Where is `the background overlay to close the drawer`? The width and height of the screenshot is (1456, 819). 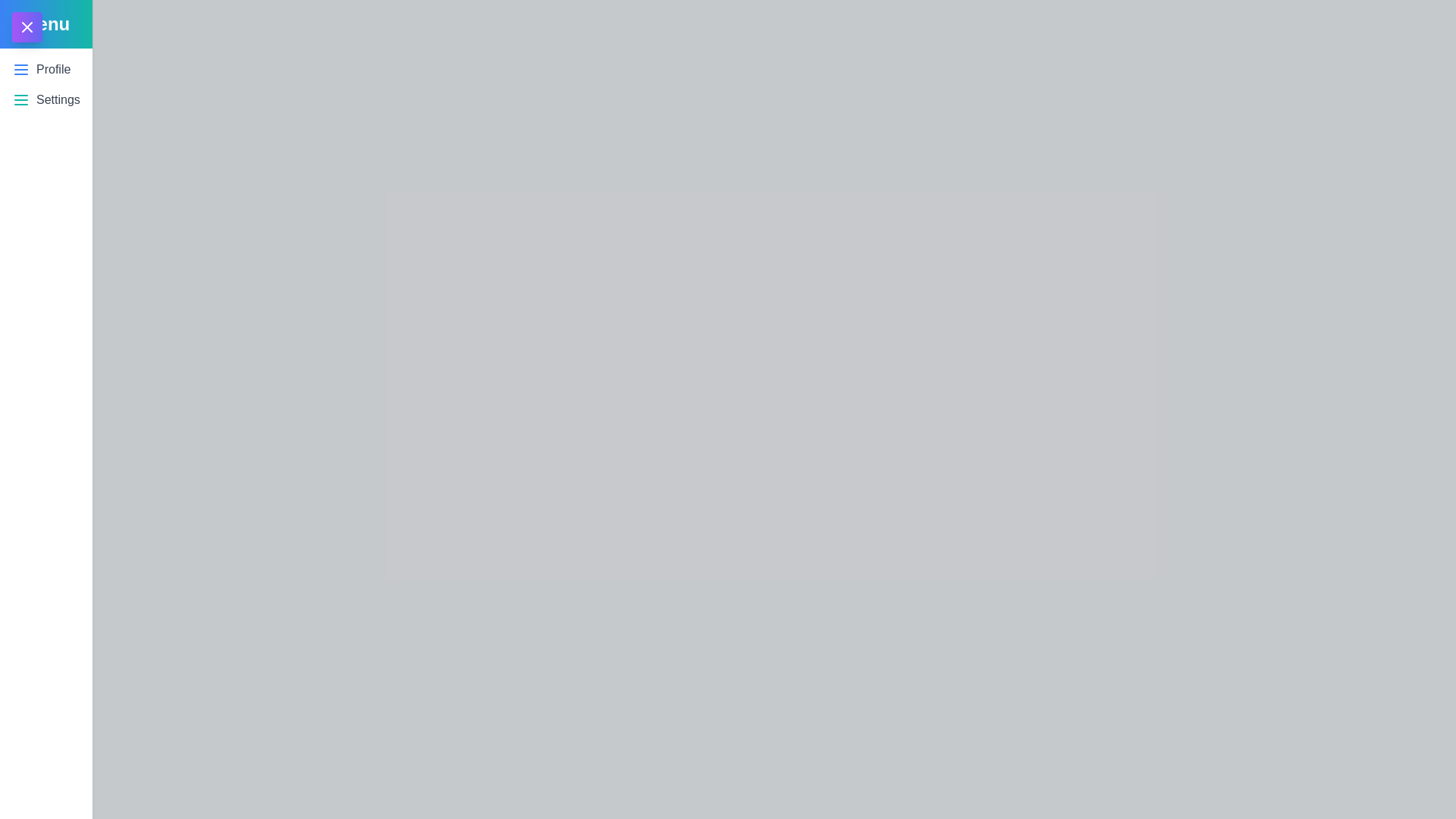
the background overlay to close the drawer is located at coordinates (728, 409).